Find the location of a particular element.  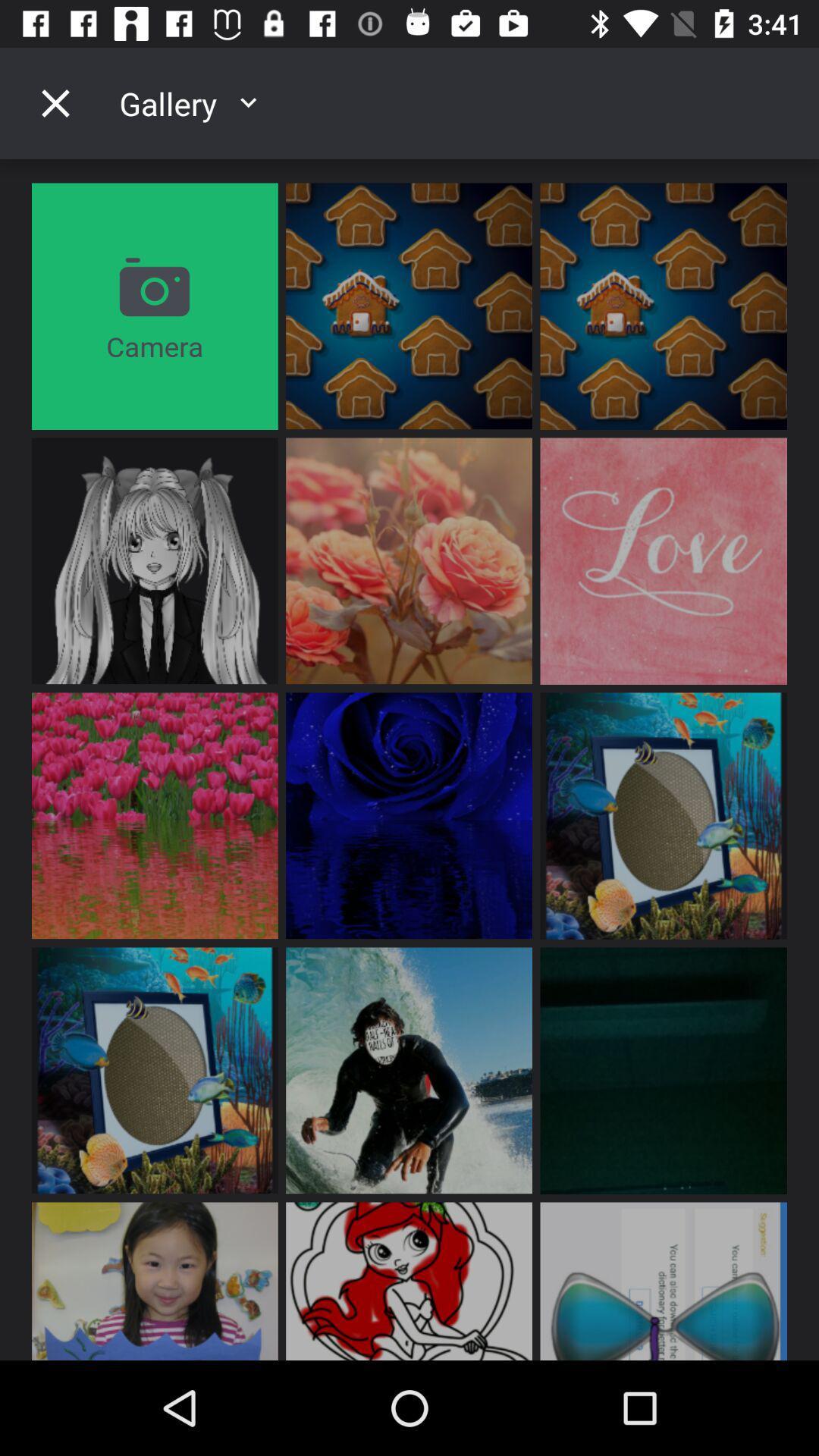

the close icon is located at coordinates (55, 102).